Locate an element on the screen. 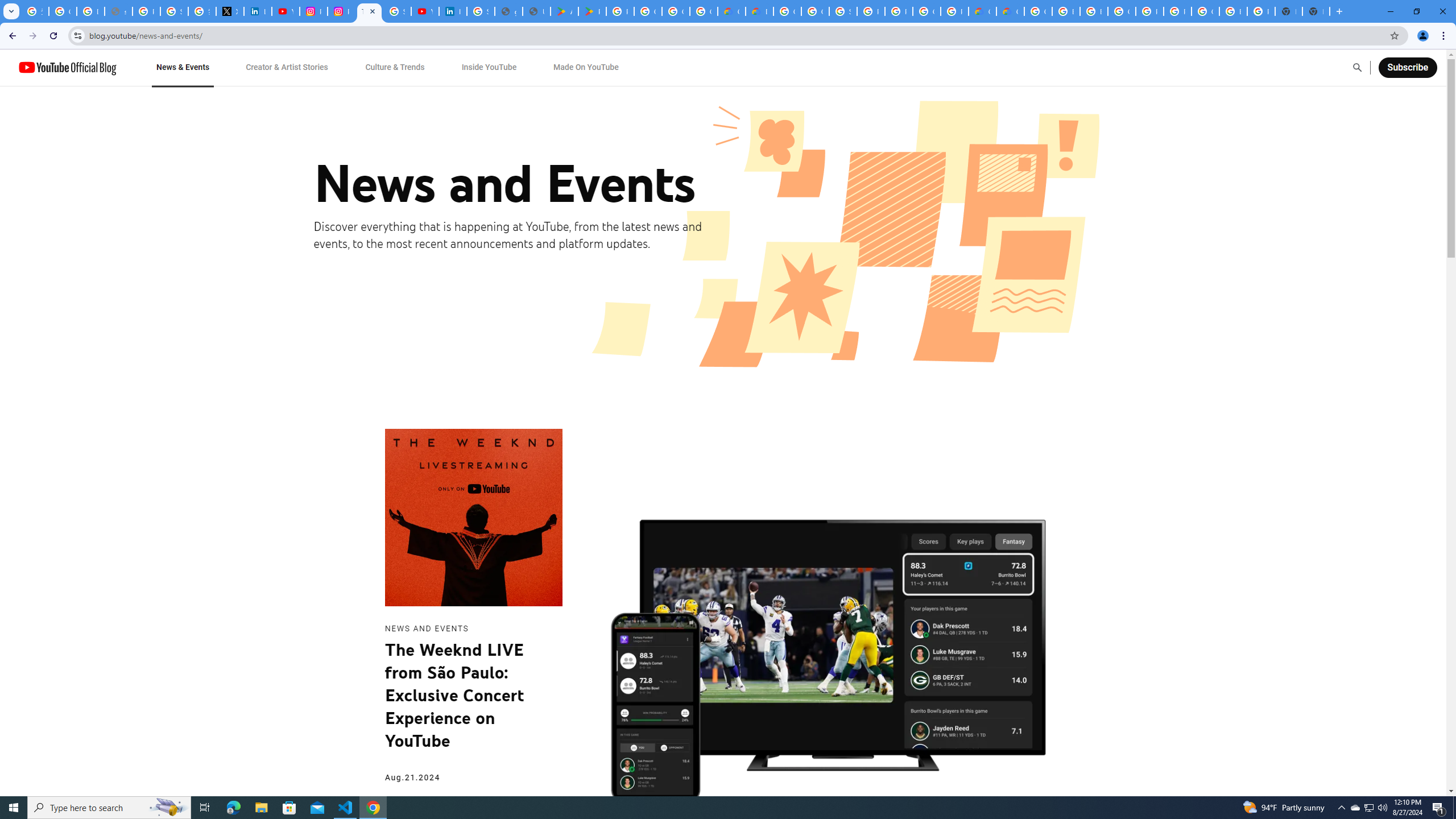 The width and height of the screenshot is (1456, 819). 'Android Apps on Google Play' is located at coordinates (564, 11).